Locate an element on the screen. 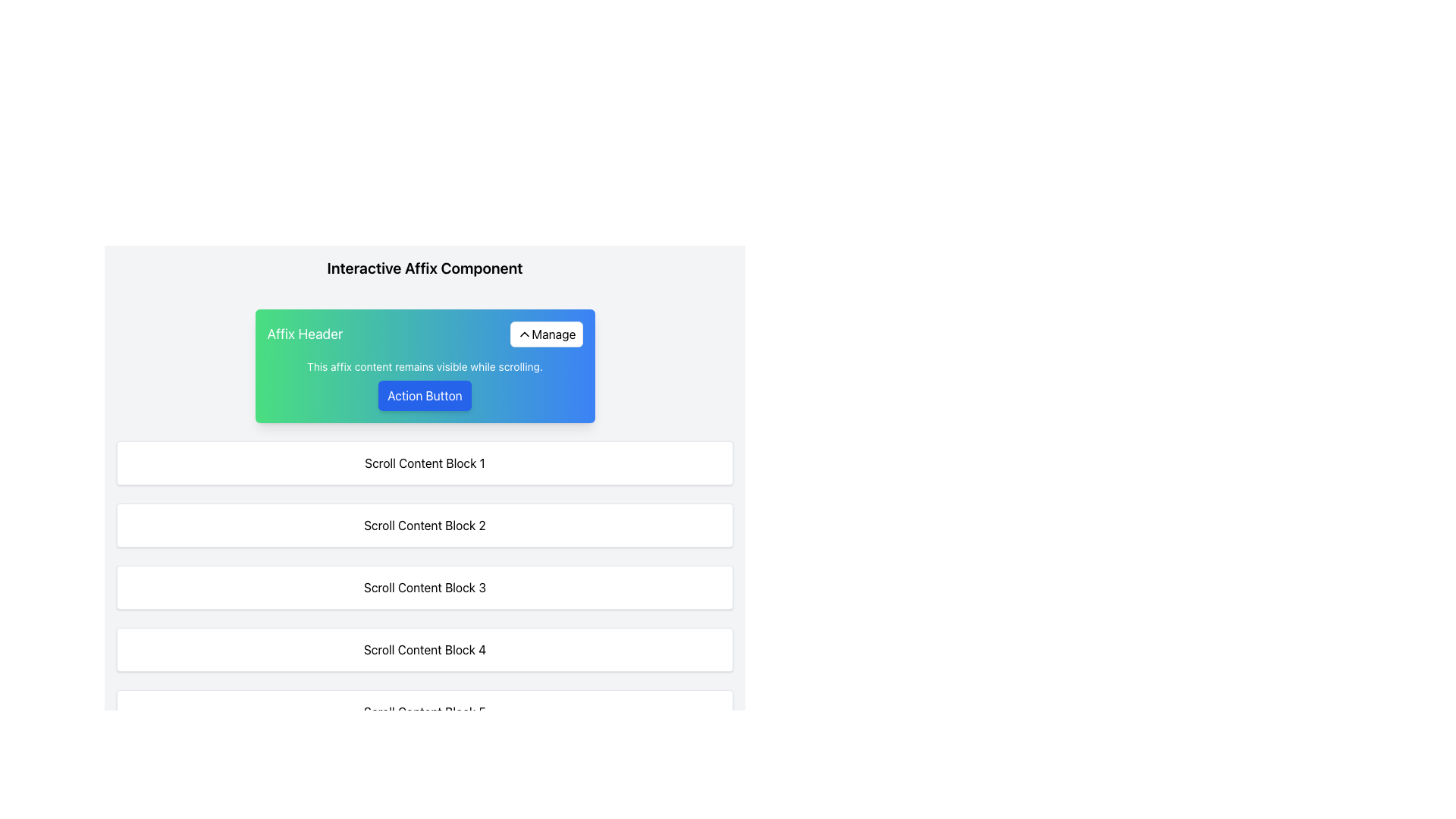 Image resolution: width=1456 pixels, height=819 pixels. the fifth static content block in the vertical list, positioned below 'Scroll Content Block 4' and above 'Scroll Content Block 6' is located at coordinates (425, 711).